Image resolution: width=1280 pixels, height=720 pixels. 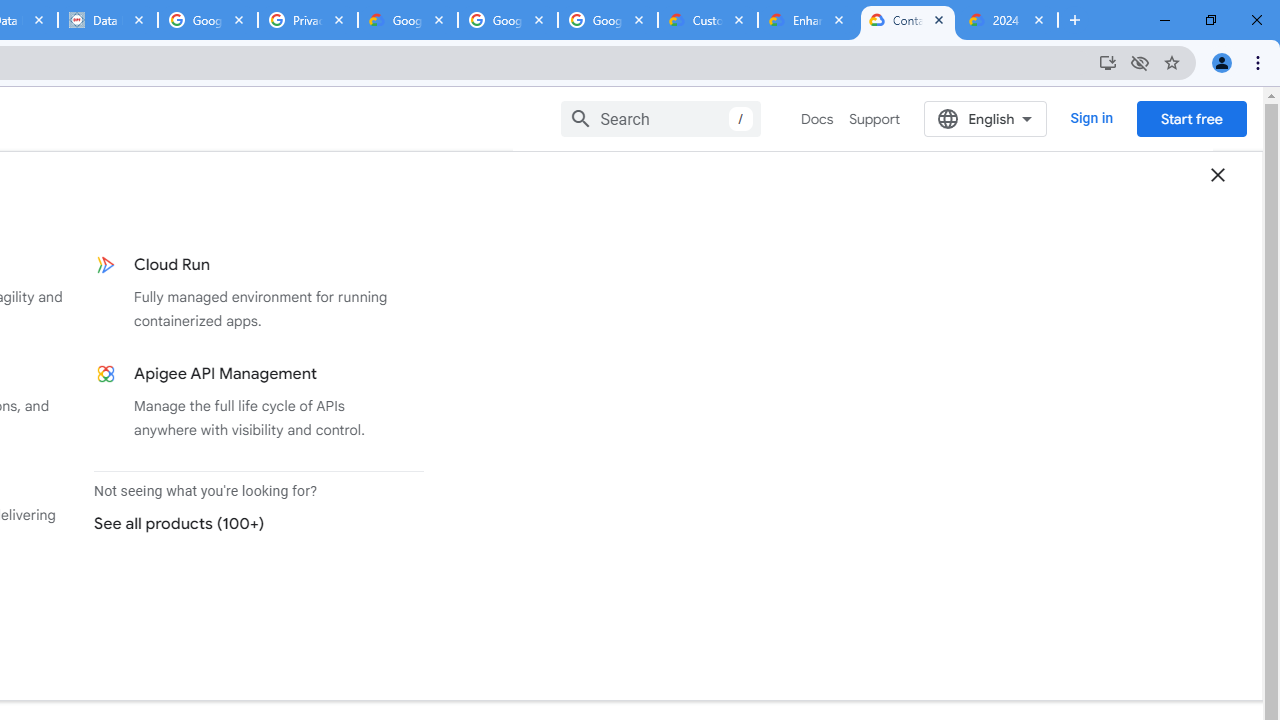 What do you see at coordinates (985, 118) in the screenshot?
I see `'English'` at bounding box center [985, 118].